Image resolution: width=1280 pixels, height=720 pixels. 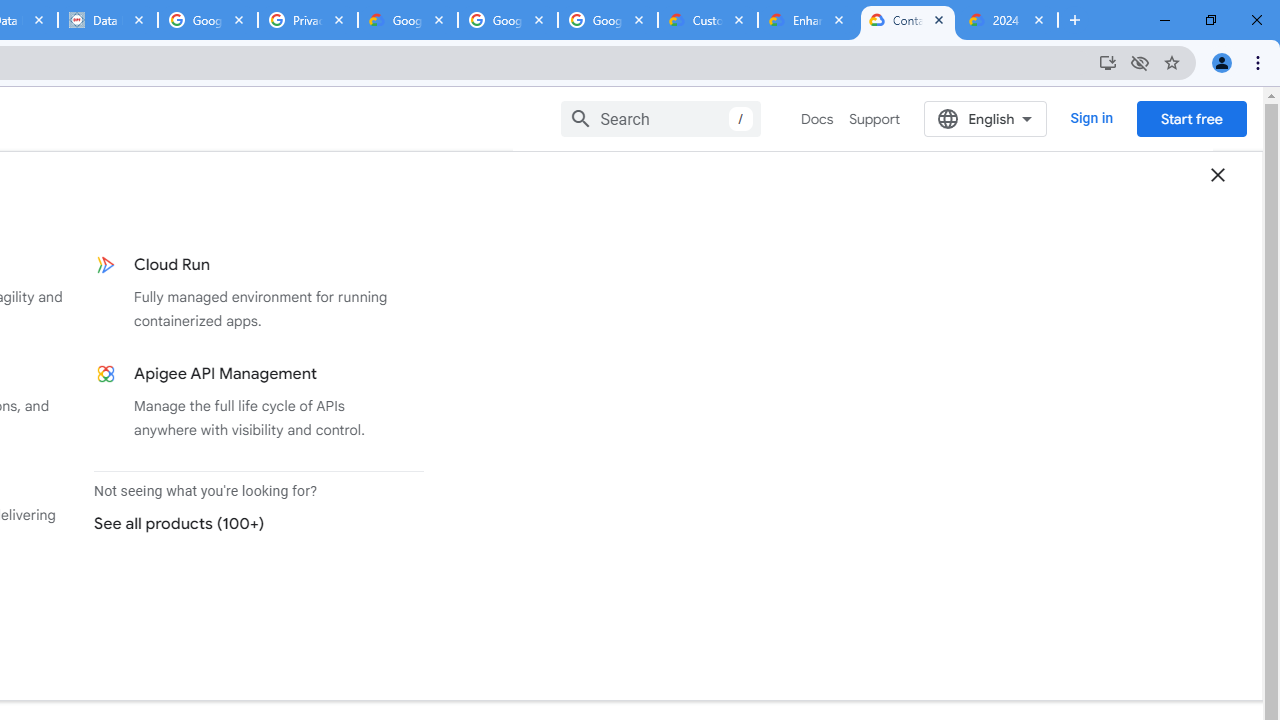 What do you see at coordinates (985, 118) in the screenshot?
I see `'English'` at bounding box center [985, 118].